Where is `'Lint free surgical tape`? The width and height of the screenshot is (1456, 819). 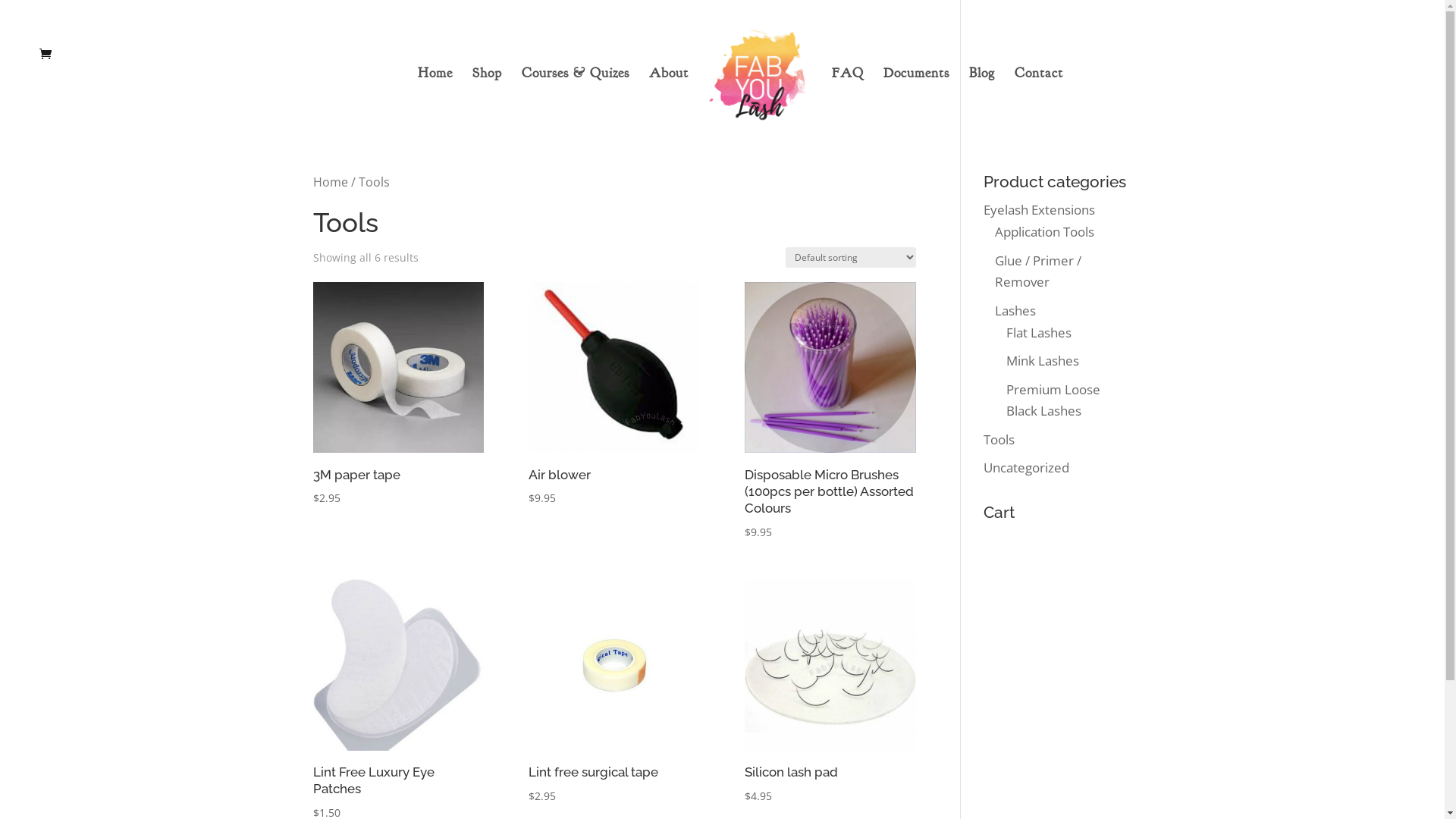 'Lint free surgical tape is located at coordinates (613, 692).